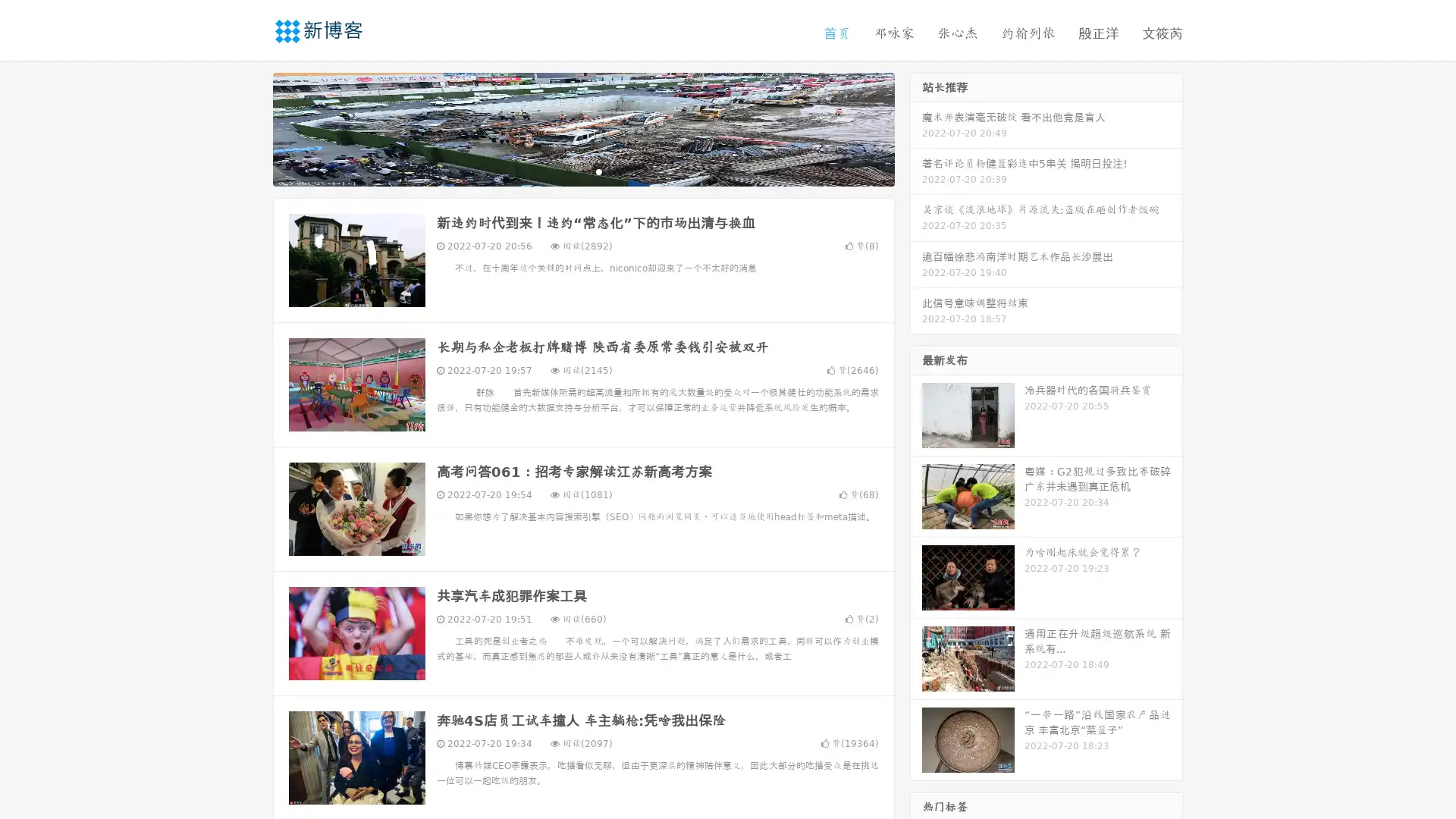 The image size is (1456, 819). I want to click on Go to slide 1, so click(567, 171).